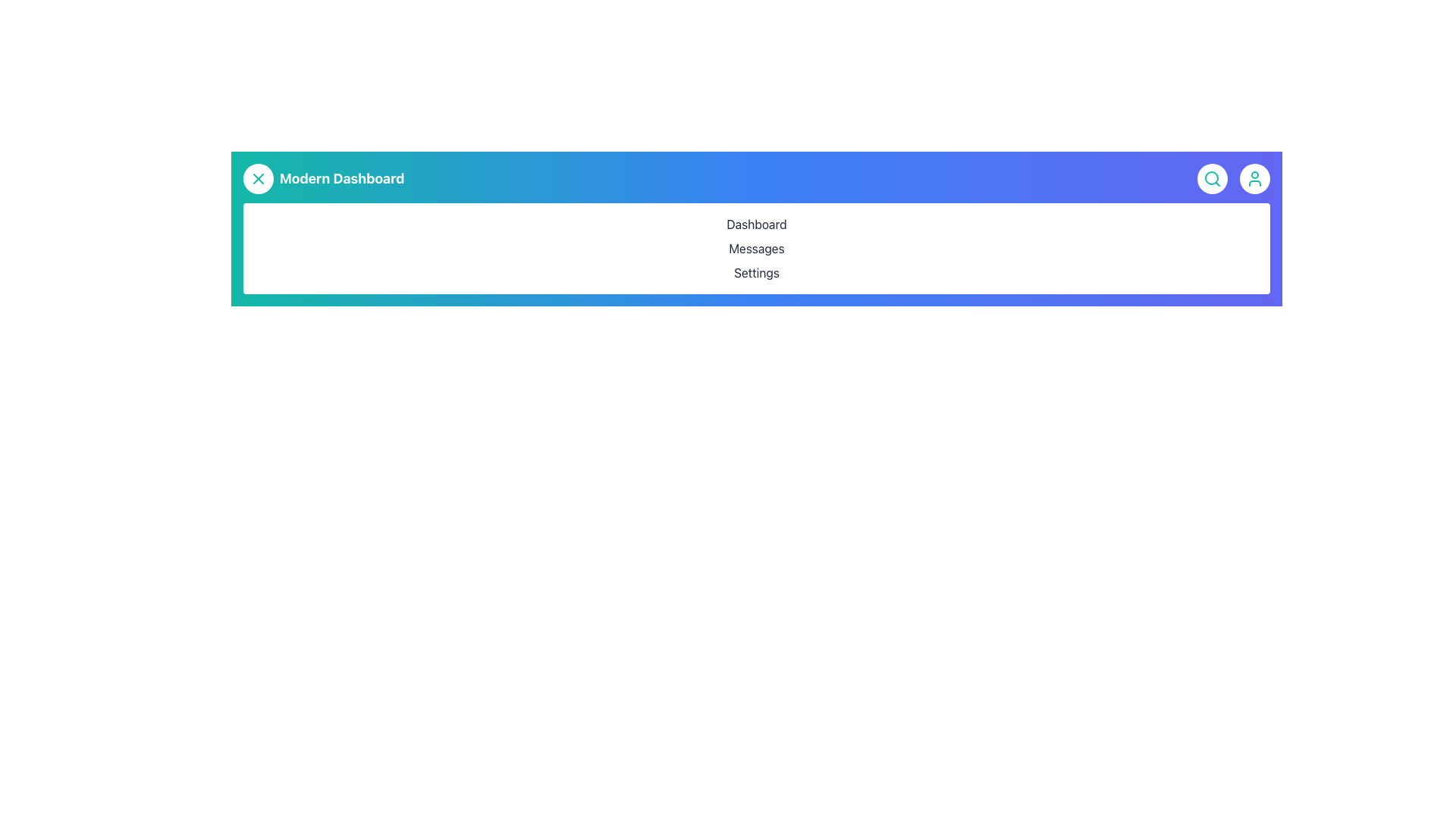 Image resolution: width=1456 pixels, height=819 pixels. What do you see at coordinates (1255, 177) in the screenshot?
I see `the circular icon button with a teal user icon on a white background located on the far right of the header section` at bounding box center [1255, 177].